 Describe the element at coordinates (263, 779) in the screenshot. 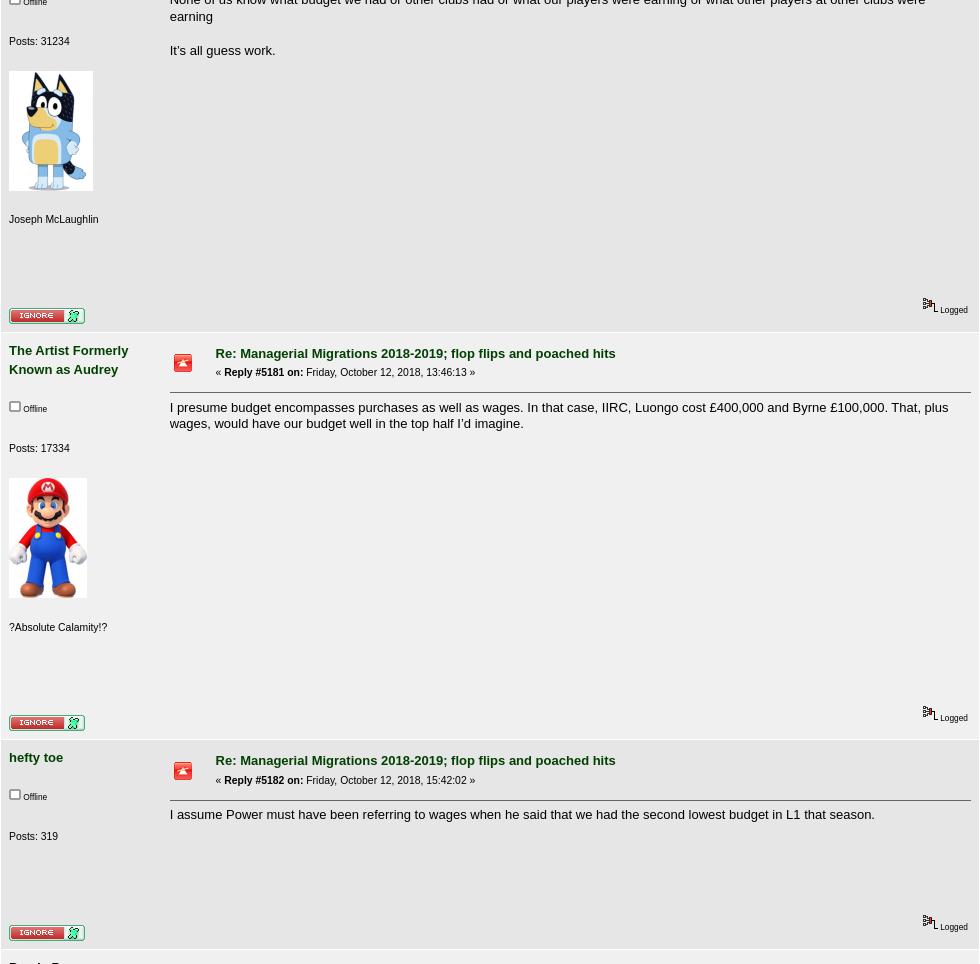

I see `'Reply #5182 on:'` at that location.